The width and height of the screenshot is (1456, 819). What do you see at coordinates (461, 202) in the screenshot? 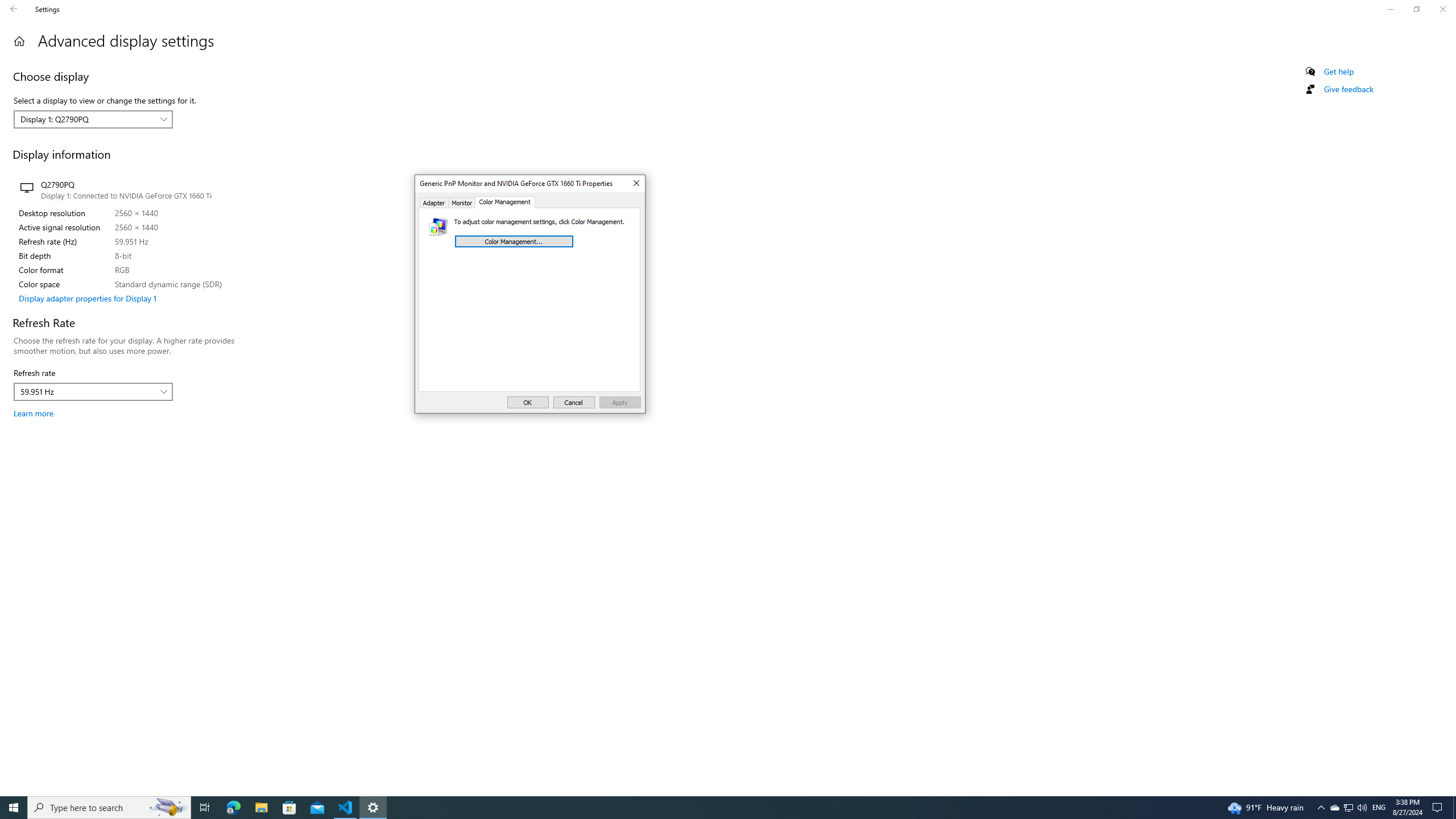
I see `'Monitor'` at bounding box center [461, 202].